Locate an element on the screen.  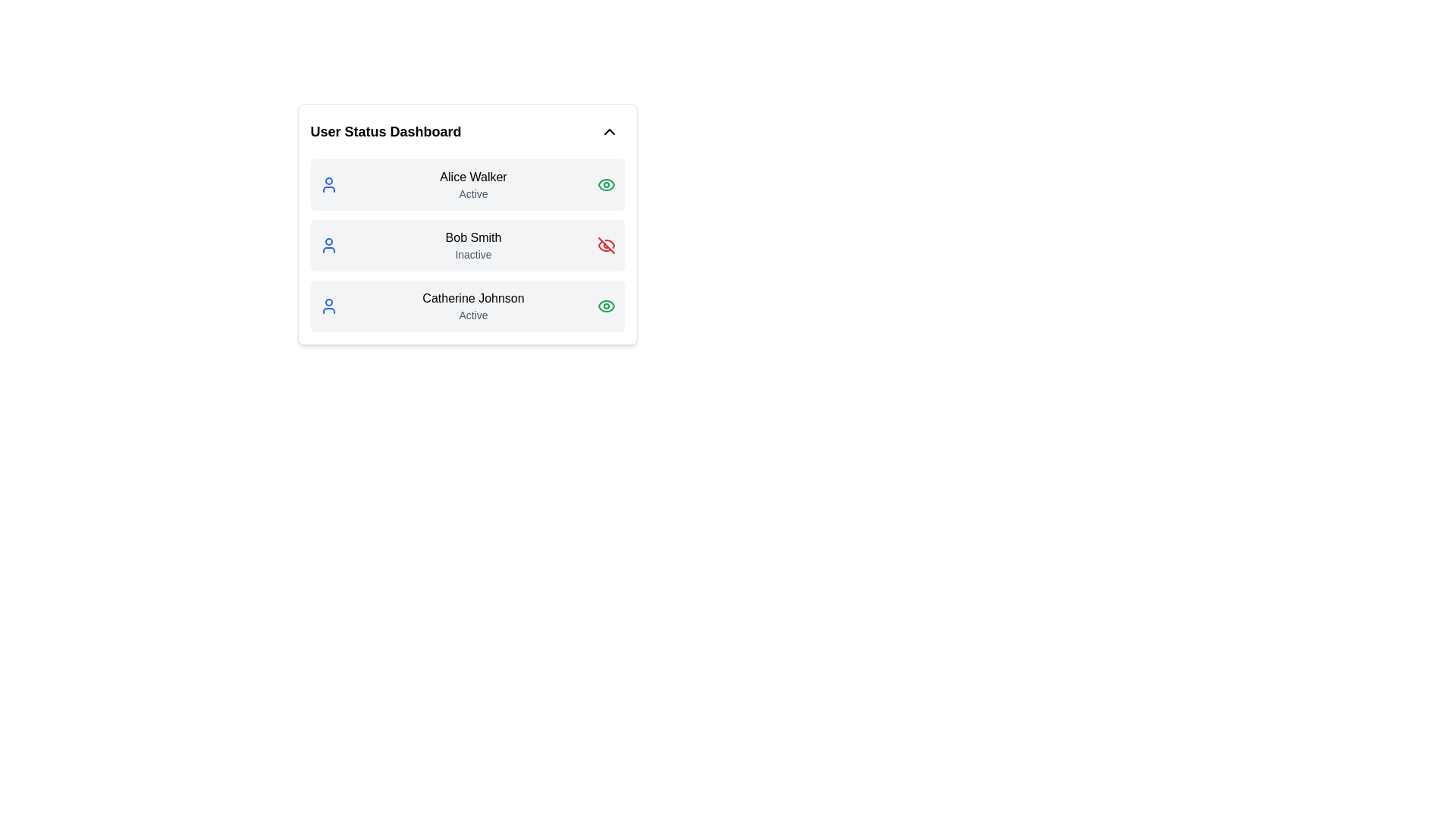
the status of the user entry for 'Bob Smith' in the User Status Dashboard to understand their activity is located at coordinates (466, 245).